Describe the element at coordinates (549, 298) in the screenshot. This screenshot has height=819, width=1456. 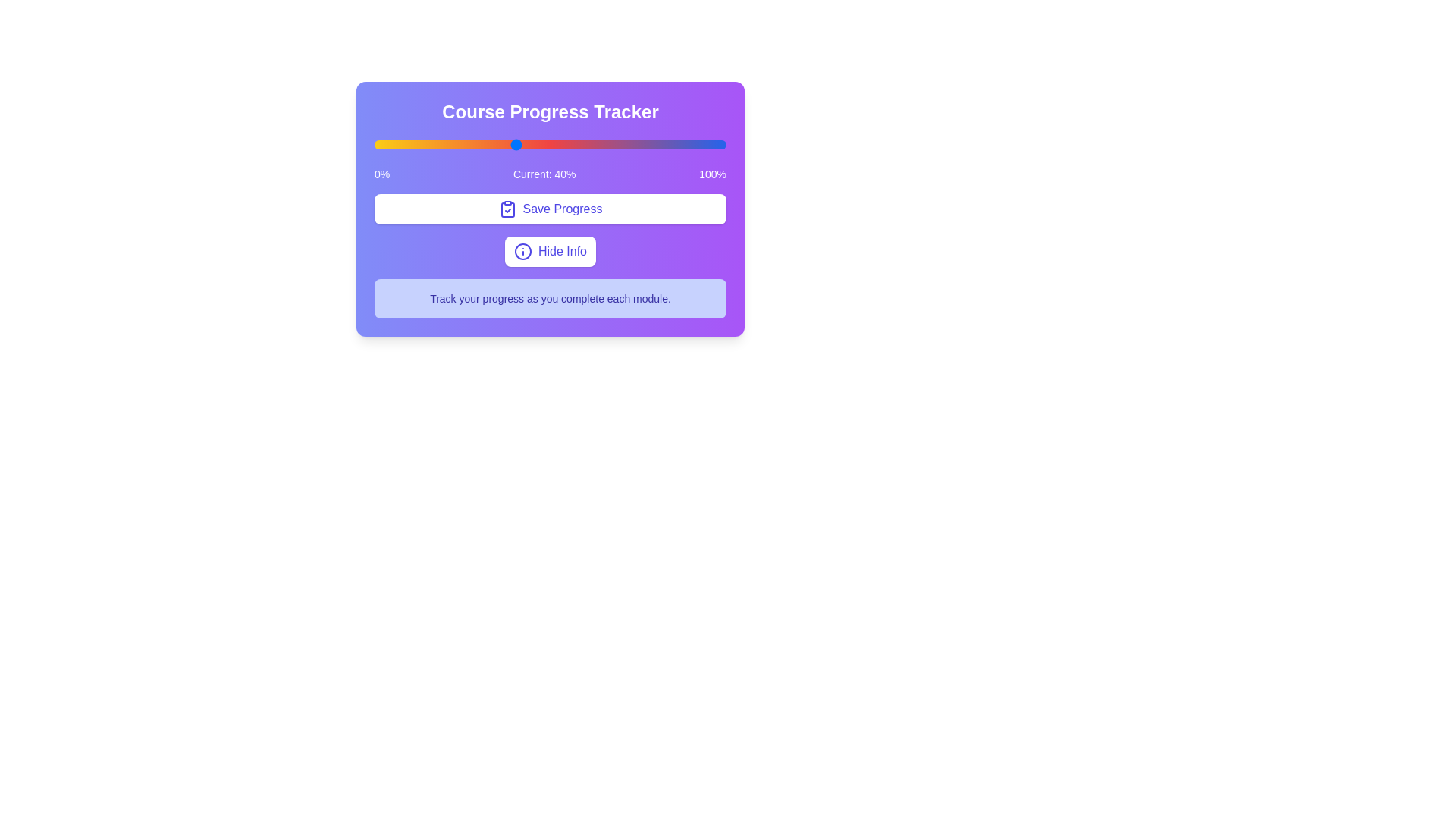
I see `the Text Information Box located at the bottom of the 'Course Progress Tracker' card, which is horizontally centered and positioned below the 'Hide Info' button` at that location.